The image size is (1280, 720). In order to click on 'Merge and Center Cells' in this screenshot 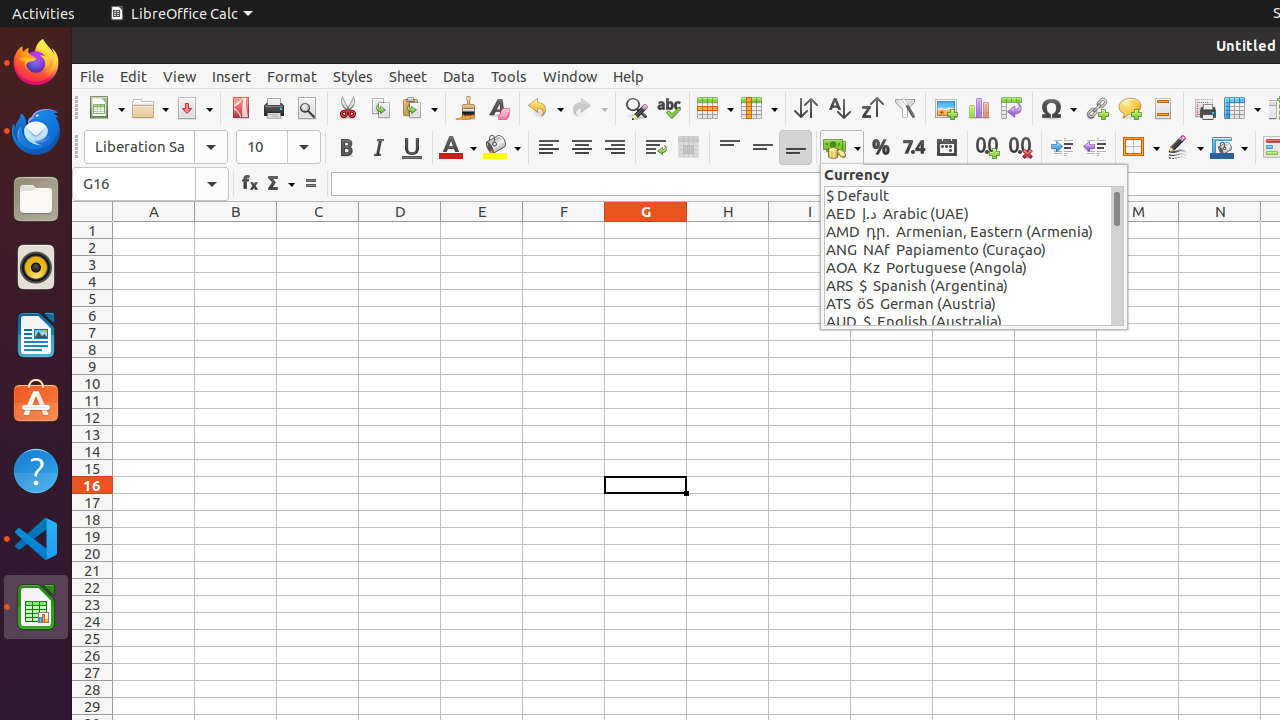, I will do `click(688, 146)`.